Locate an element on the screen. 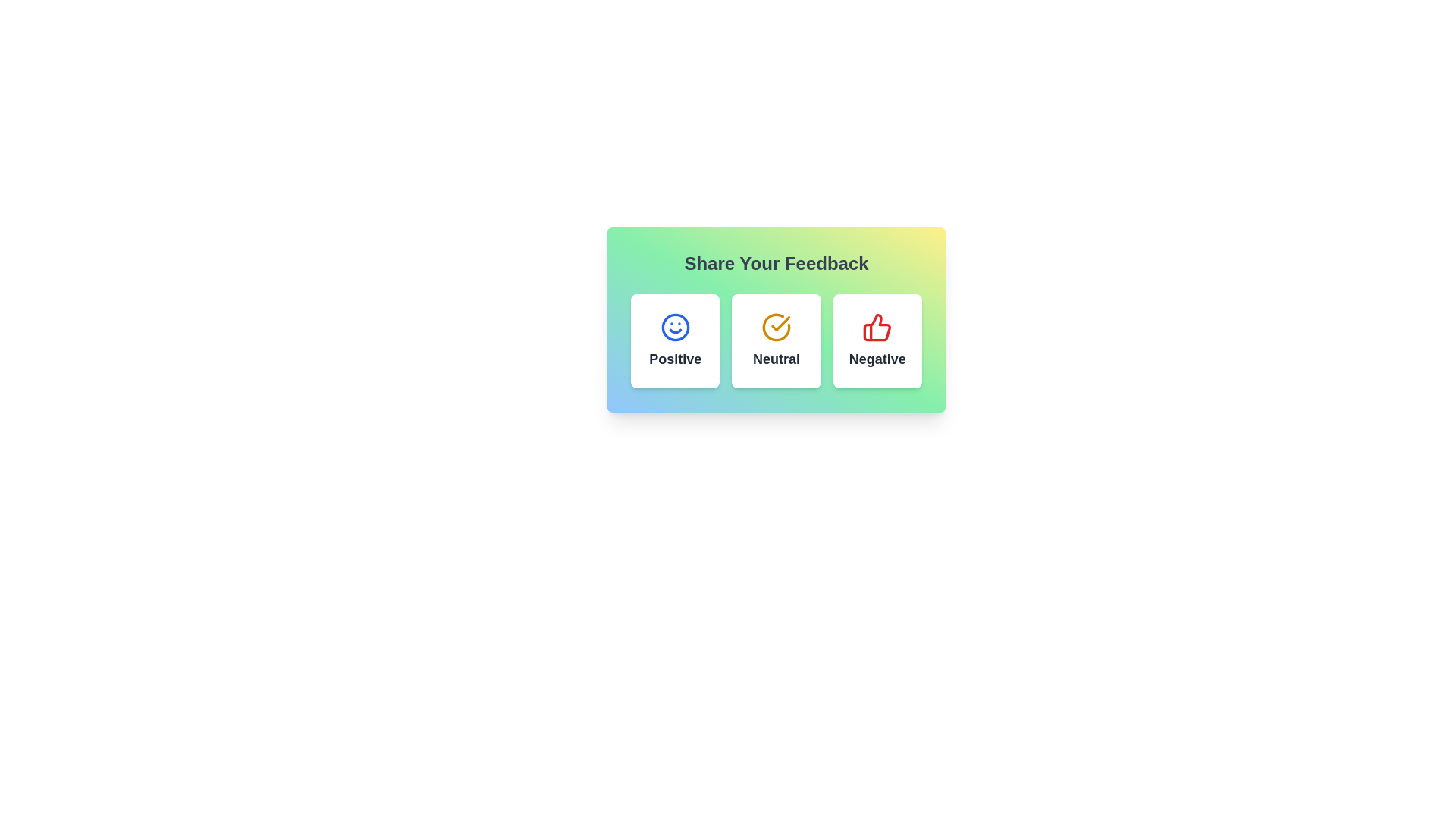 This screenshot has width=1456, height=819. the 'Positive' feedback icon, which is centrally positioned in the 'Positive' feedback options, the first of three options arranged horizontally is located at coordinates (674, 327).